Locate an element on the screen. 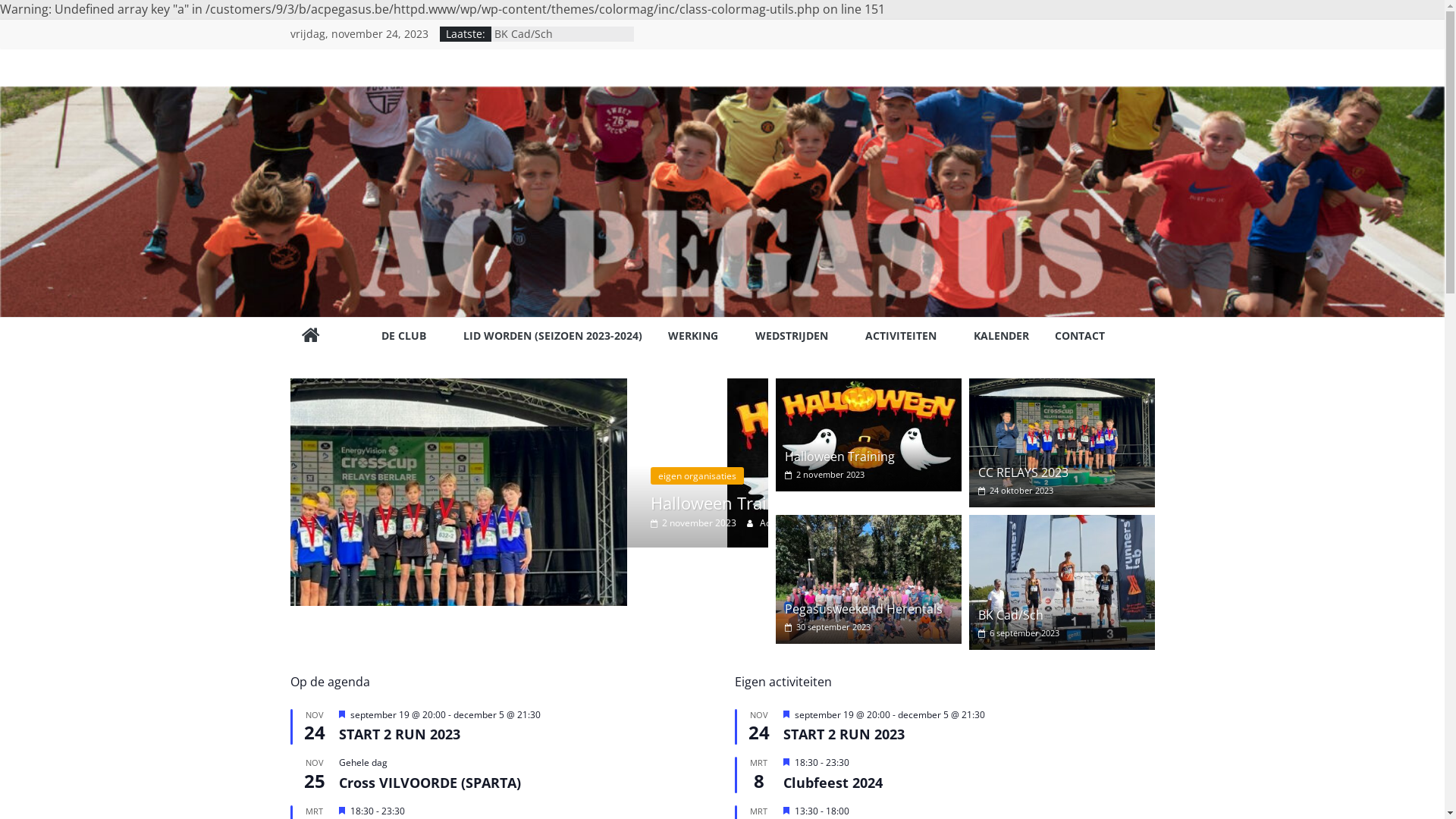  'Pegasusweekend Herentals' is located at coordinates (863, 607).